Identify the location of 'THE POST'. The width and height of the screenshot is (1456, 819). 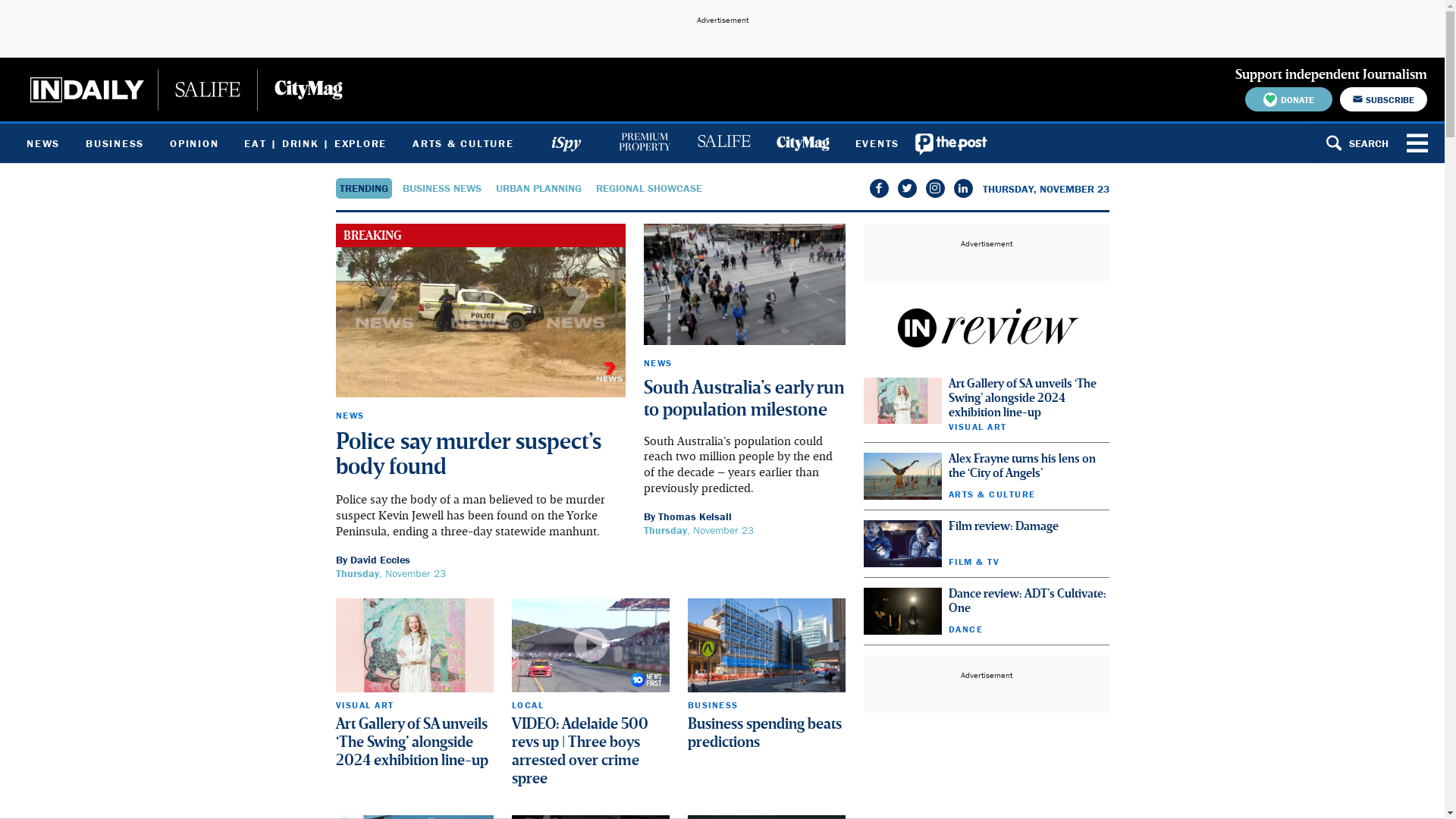
(950, 143).